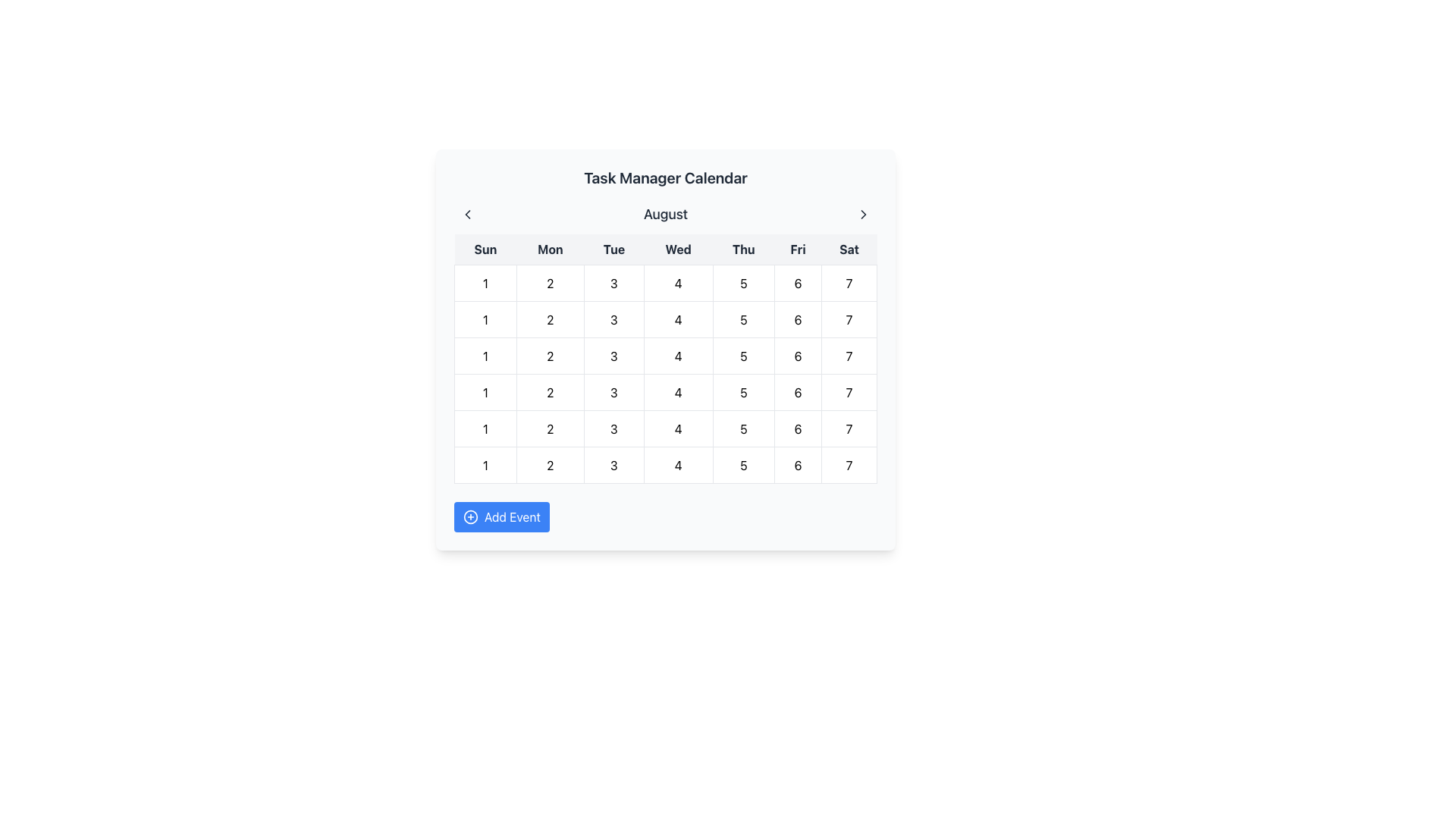 The width and height of the screenshot is (1456, 819). What do you see at coordinates (797, 428) in the screenshot?
I see `the calendar grid cell representing Friday the 6th` at bounding box center [797, 428].